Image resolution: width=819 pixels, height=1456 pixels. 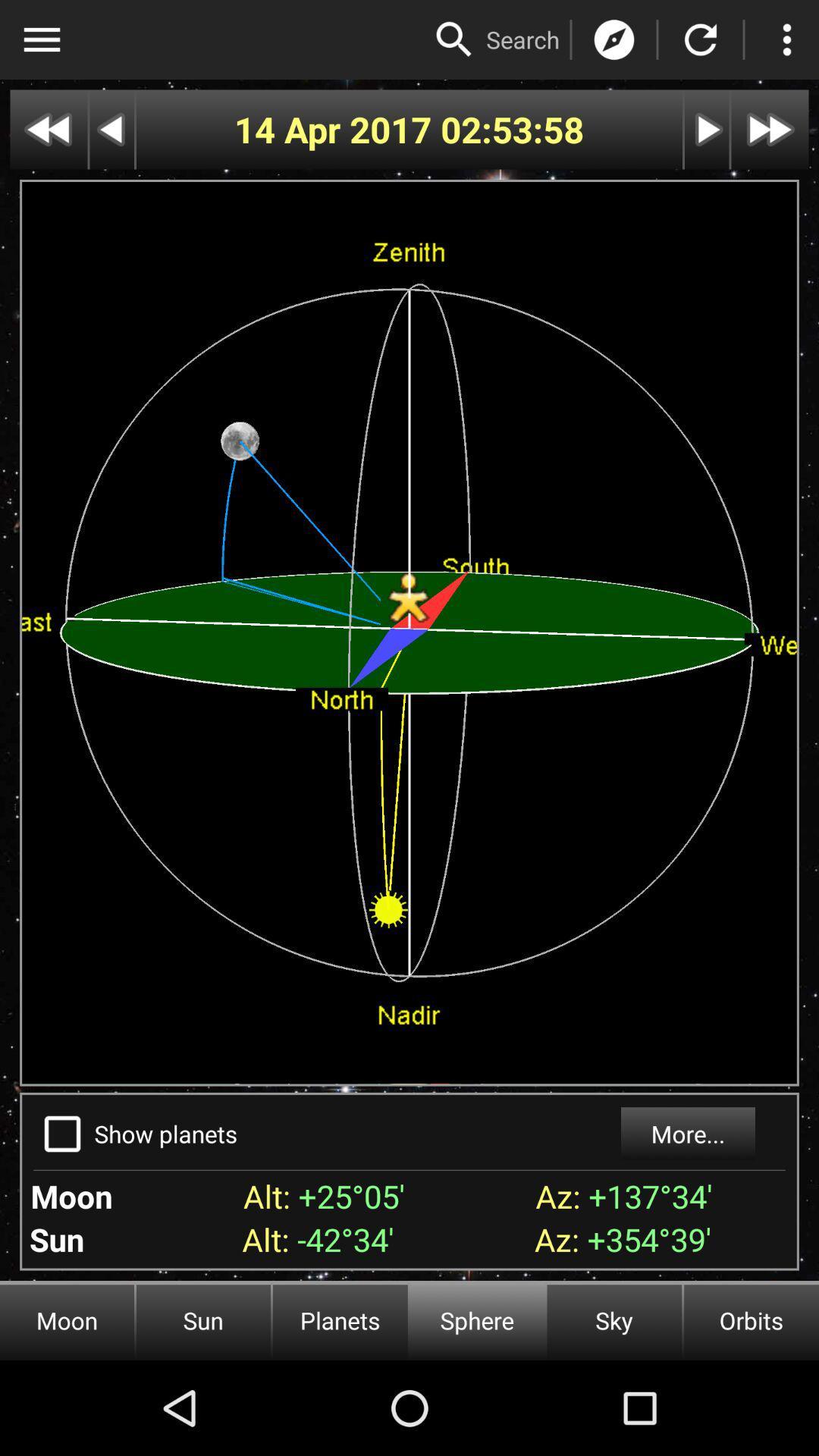 I want to click on rewind, so click(x=48, y=130).